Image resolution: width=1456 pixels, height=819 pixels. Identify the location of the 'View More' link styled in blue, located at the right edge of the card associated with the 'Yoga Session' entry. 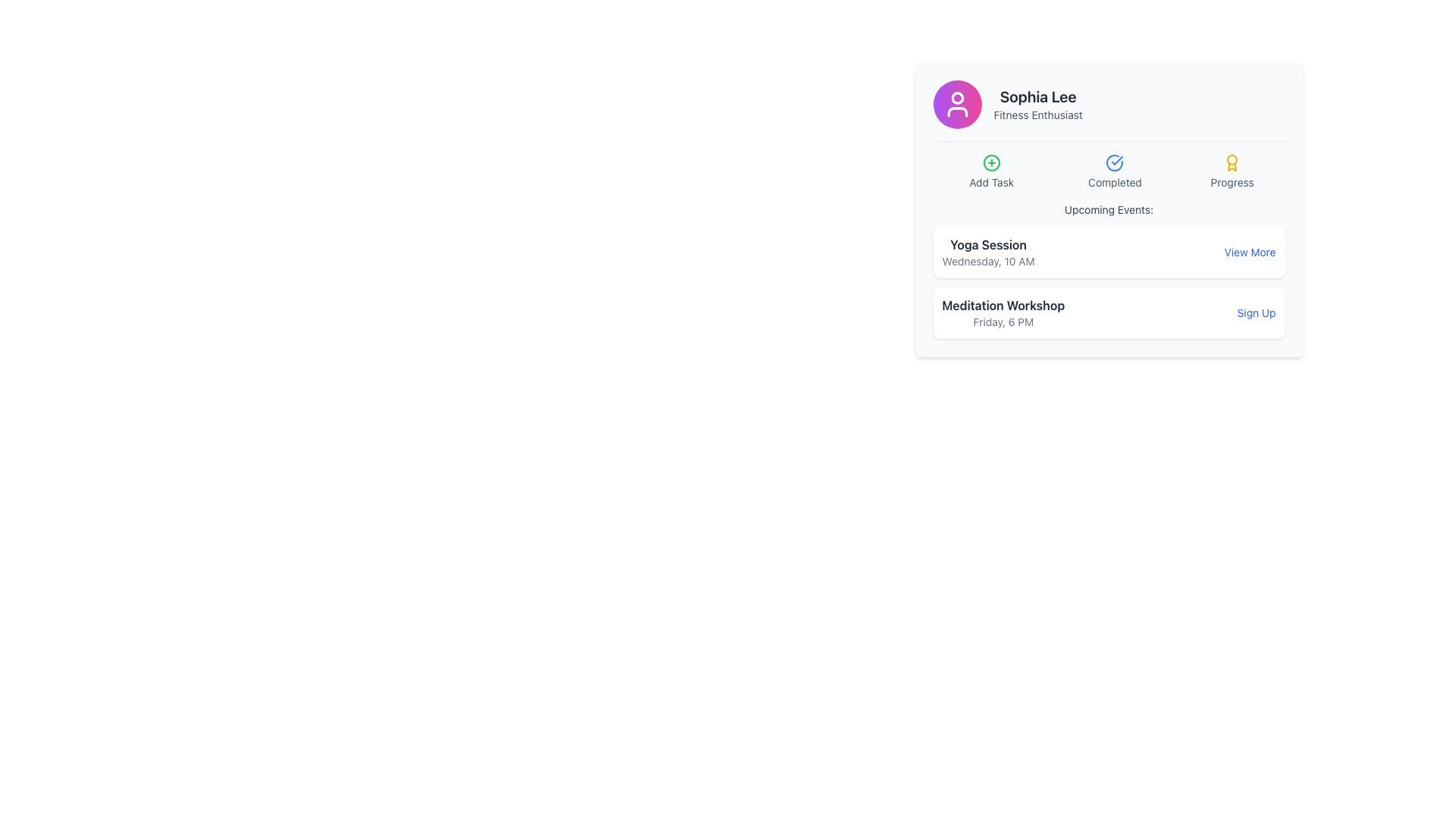
(1250, 251).